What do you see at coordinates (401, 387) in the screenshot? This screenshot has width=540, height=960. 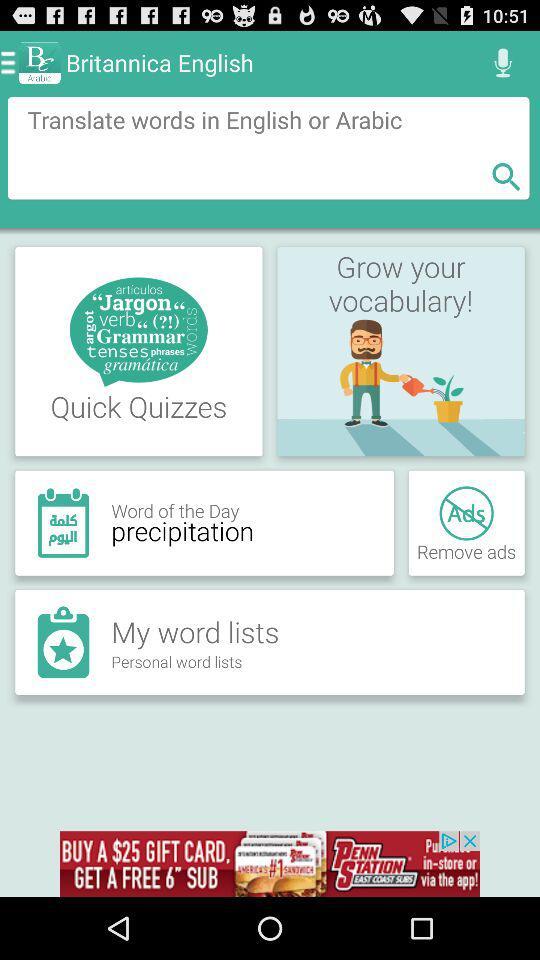 I see `the image shown below vocabulary` at bounding box center [401, 387].